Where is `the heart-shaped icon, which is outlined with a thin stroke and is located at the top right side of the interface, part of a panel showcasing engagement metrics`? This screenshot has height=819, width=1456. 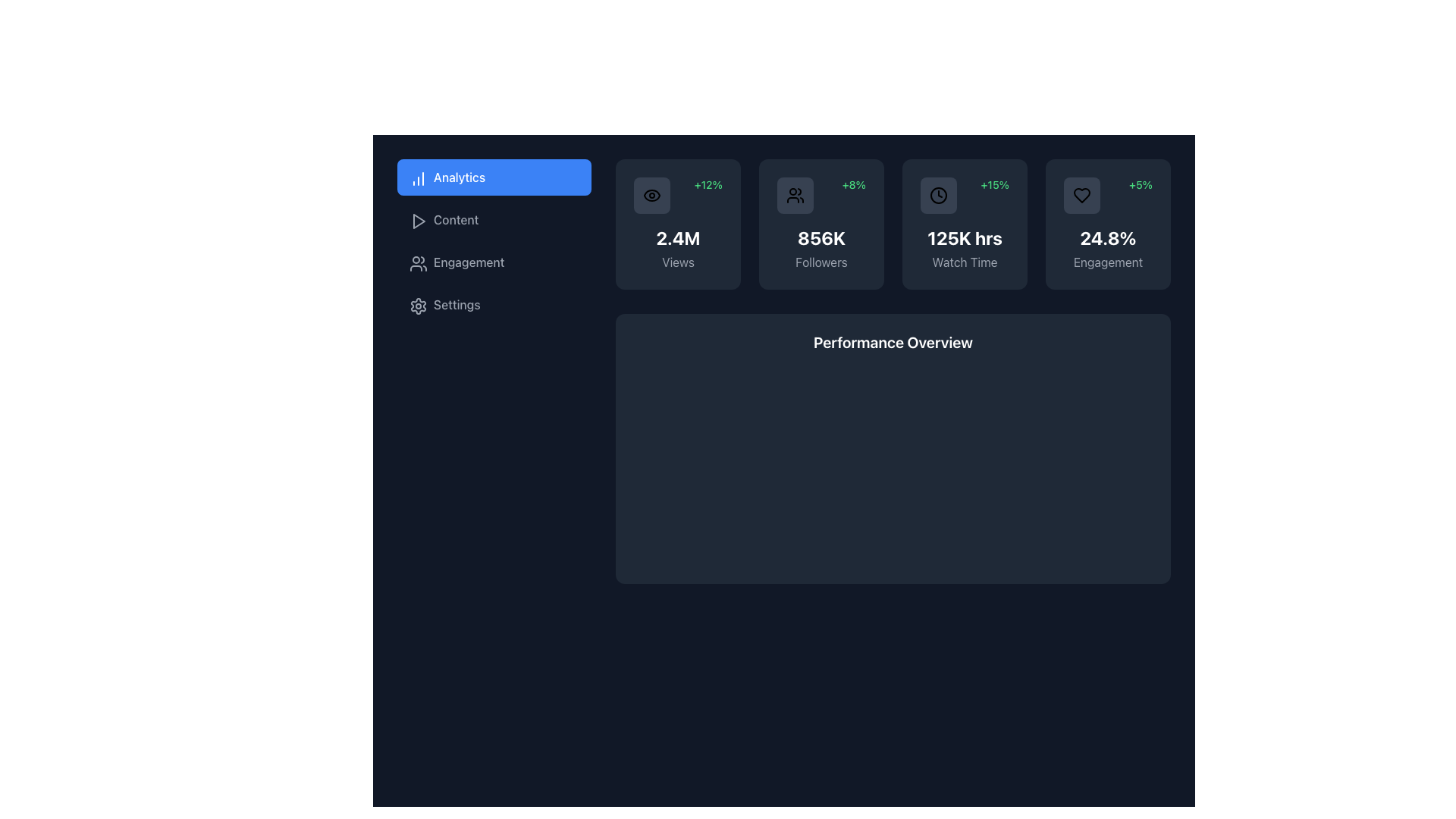
the heart-shaped icon, which is outlined with a thin stroke and is located at the top right side of the interface, part of a panel showcasing engagement metrics is located at coordinates (1081, 195).